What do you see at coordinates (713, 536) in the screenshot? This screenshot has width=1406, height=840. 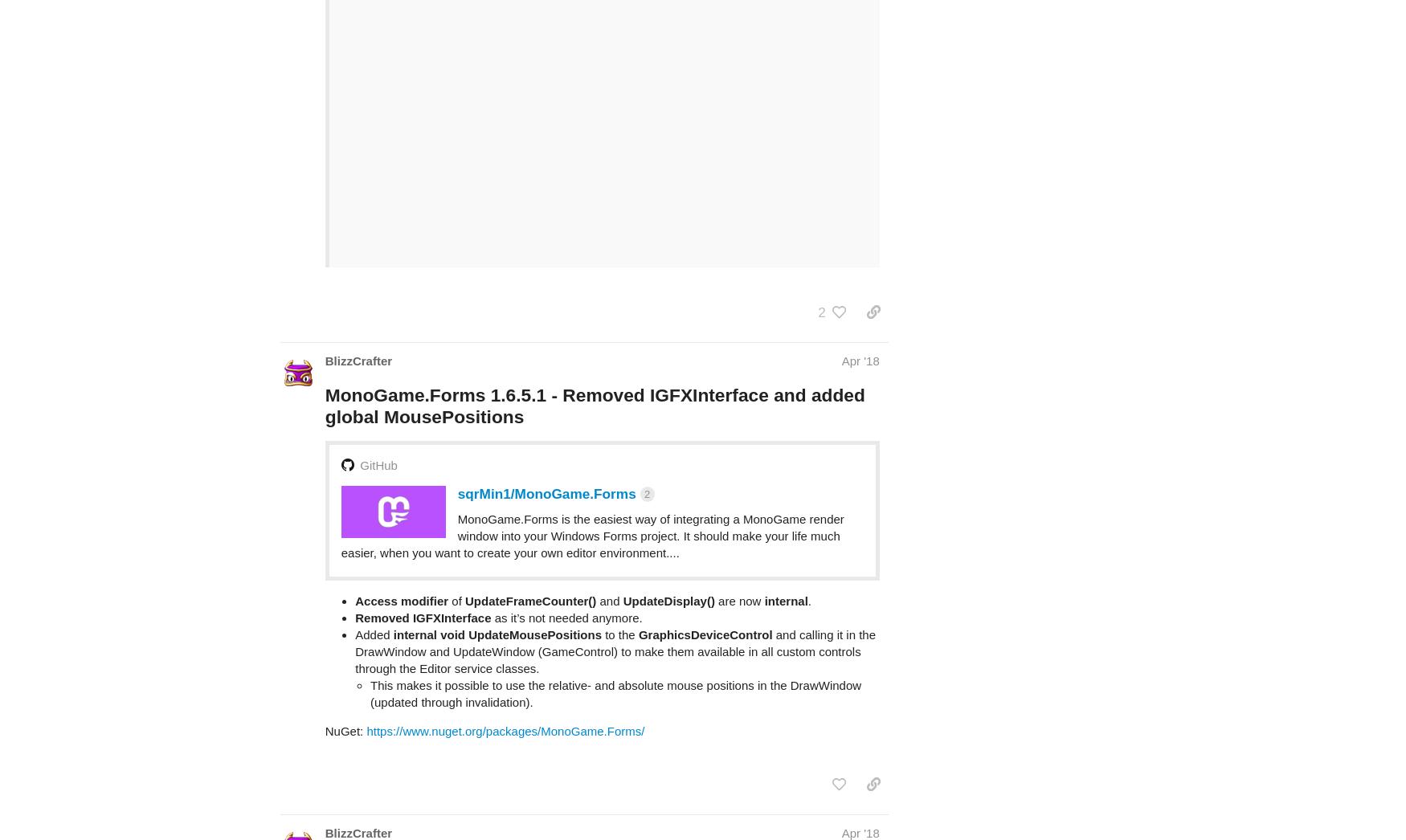 I see `'are now'` at bounding box center [713, 536].